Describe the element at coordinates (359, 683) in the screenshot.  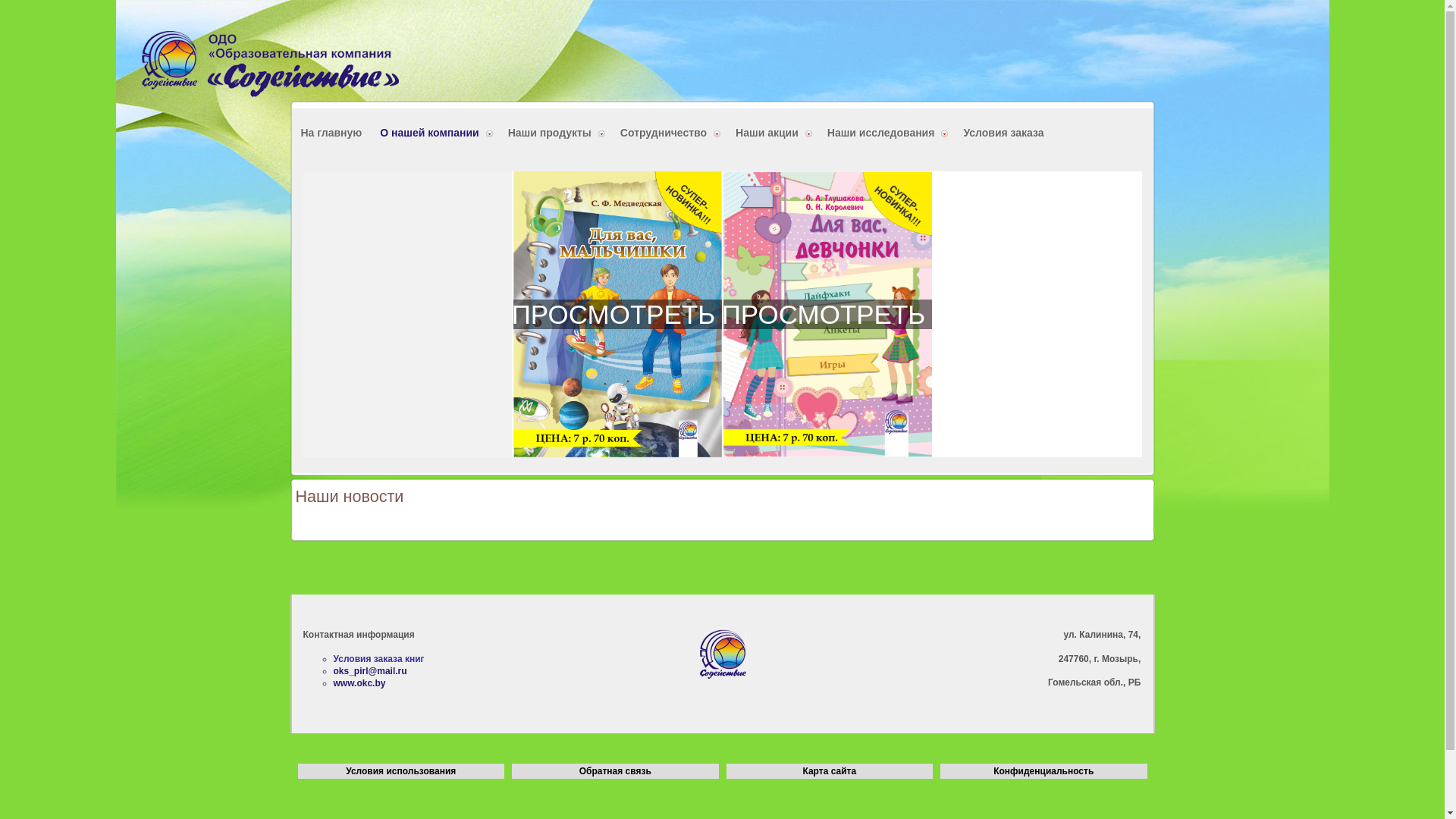
I see `'www.okc.by'` at that location.